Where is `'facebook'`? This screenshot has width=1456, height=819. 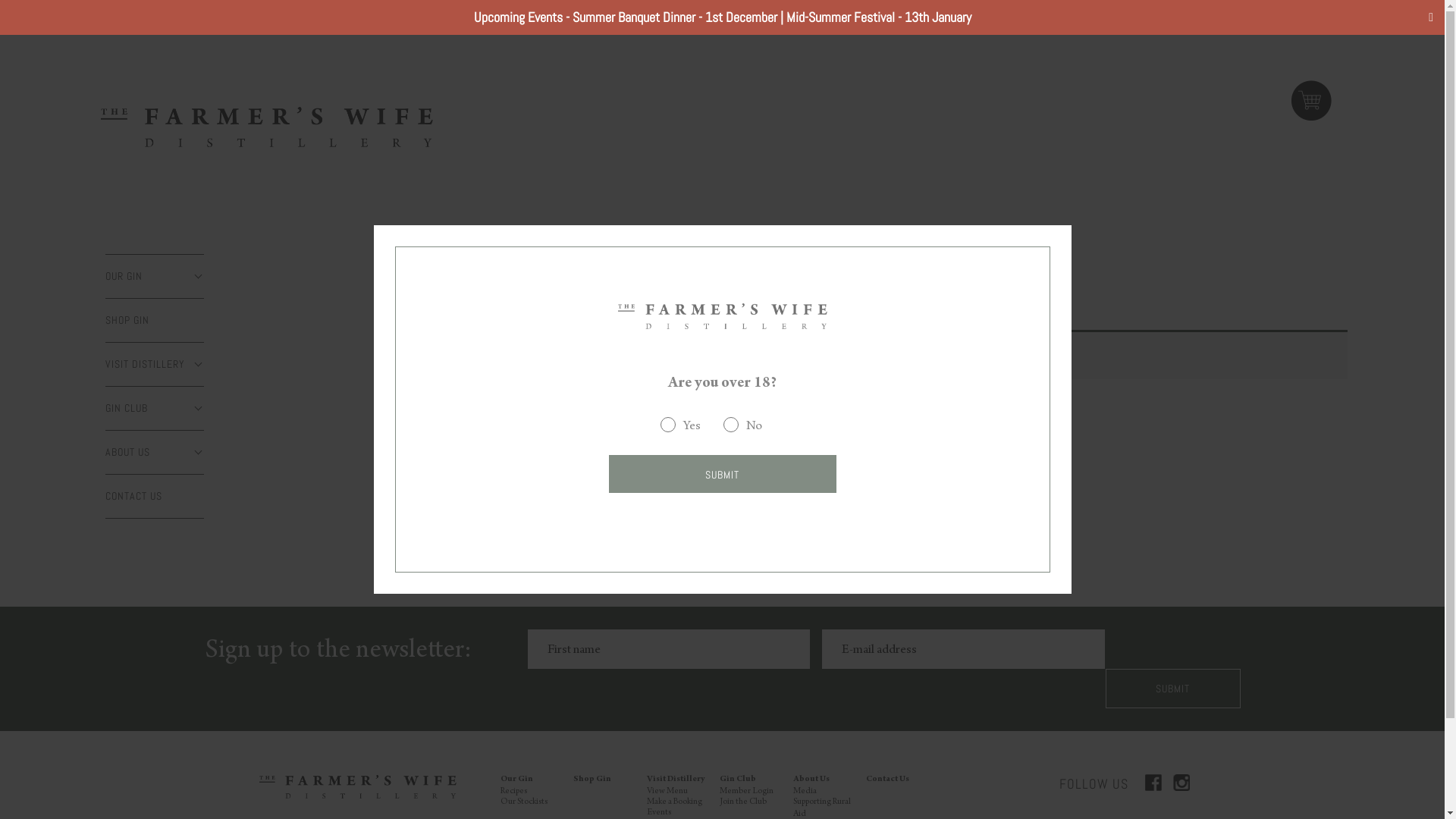
'facebook' is located at coordinates (1153, 783).